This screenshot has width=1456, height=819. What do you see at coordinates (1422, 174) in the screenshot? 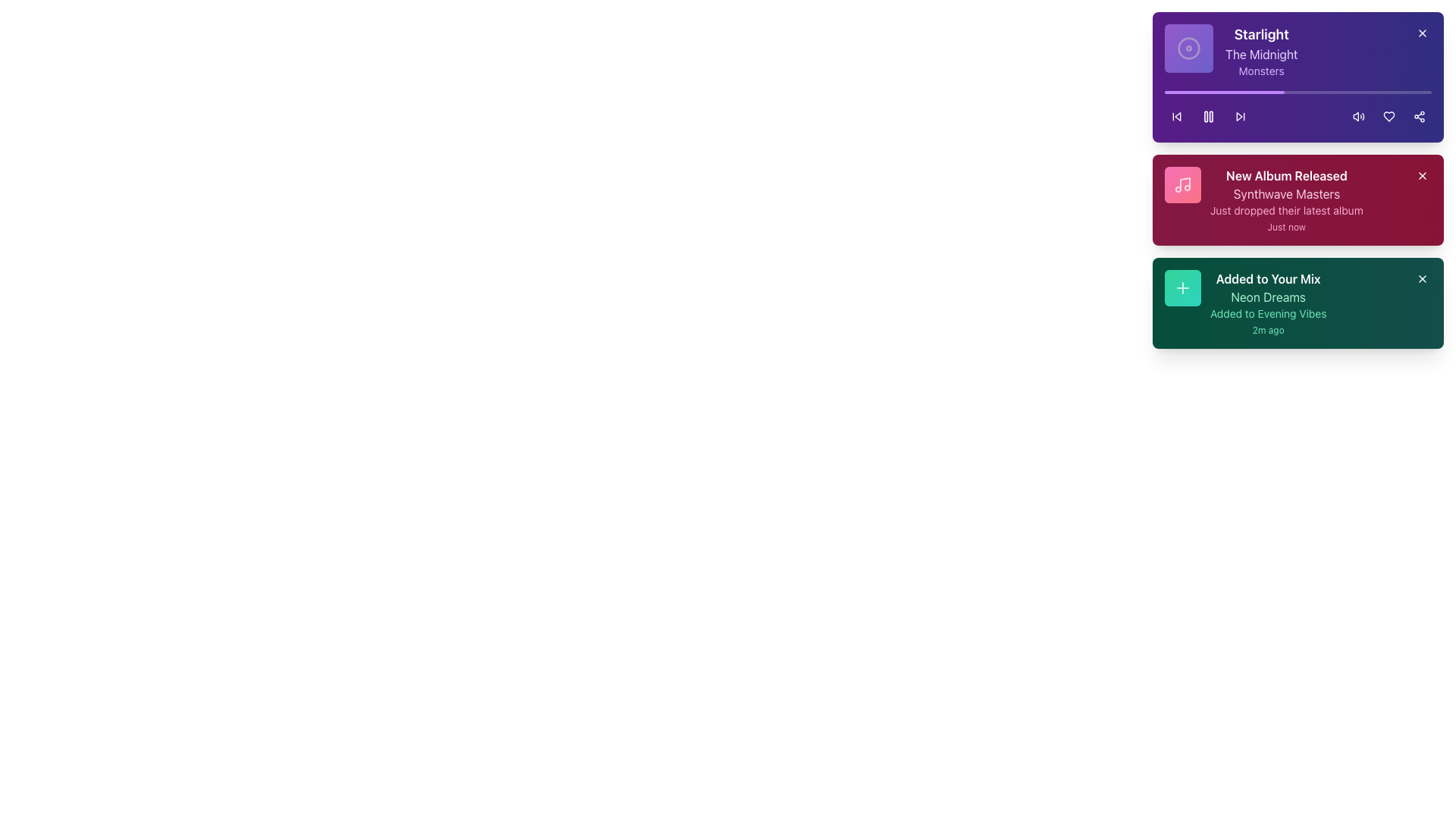
I see `the circular red button with a white 'X' icon located at the top-right corner of the card titled 'New Album Released'` at bounding box center [1422, 174].